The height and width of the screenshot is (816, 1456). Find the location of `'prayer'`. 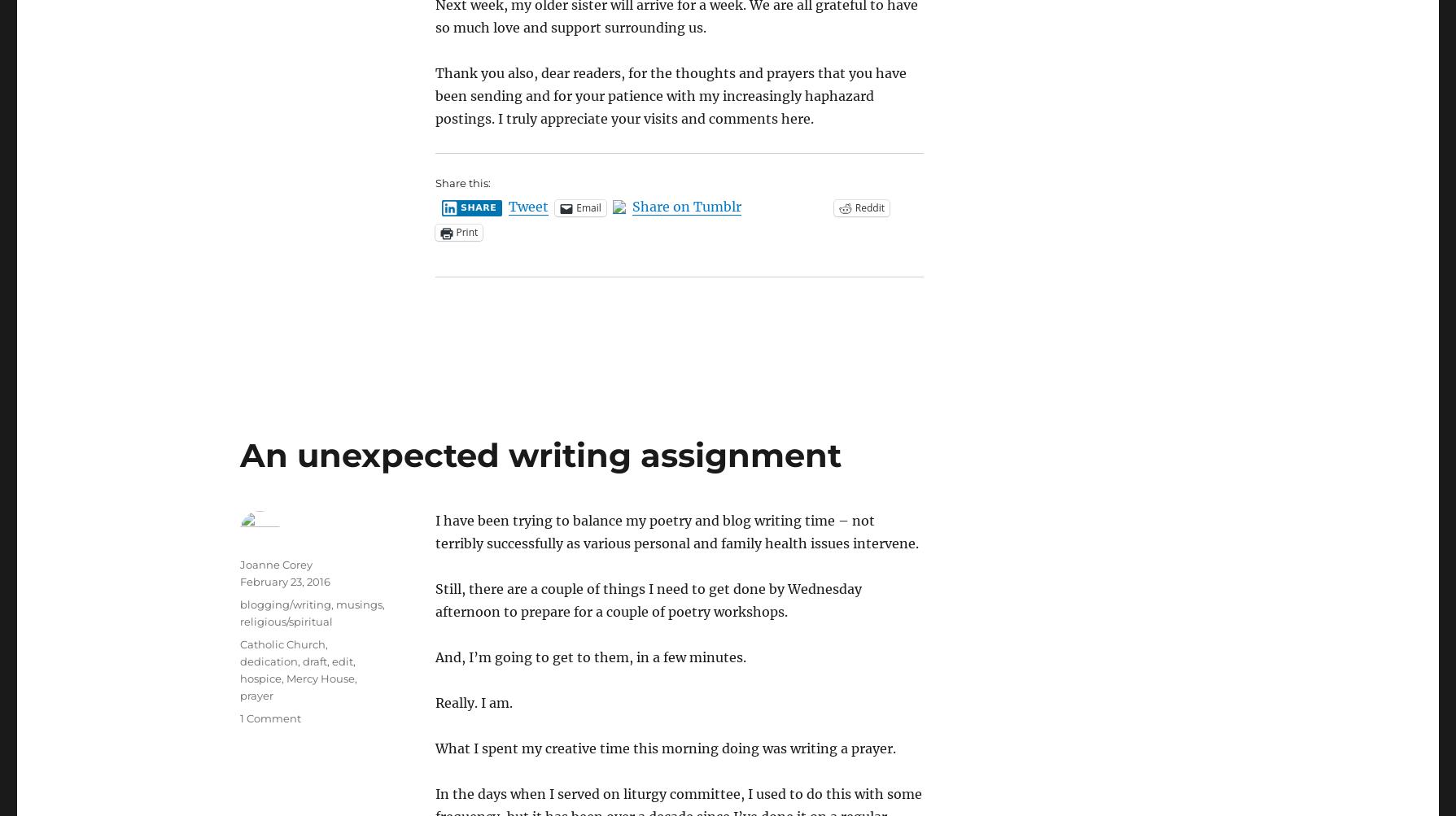

'prayer' is located at coordinates (238, 694).